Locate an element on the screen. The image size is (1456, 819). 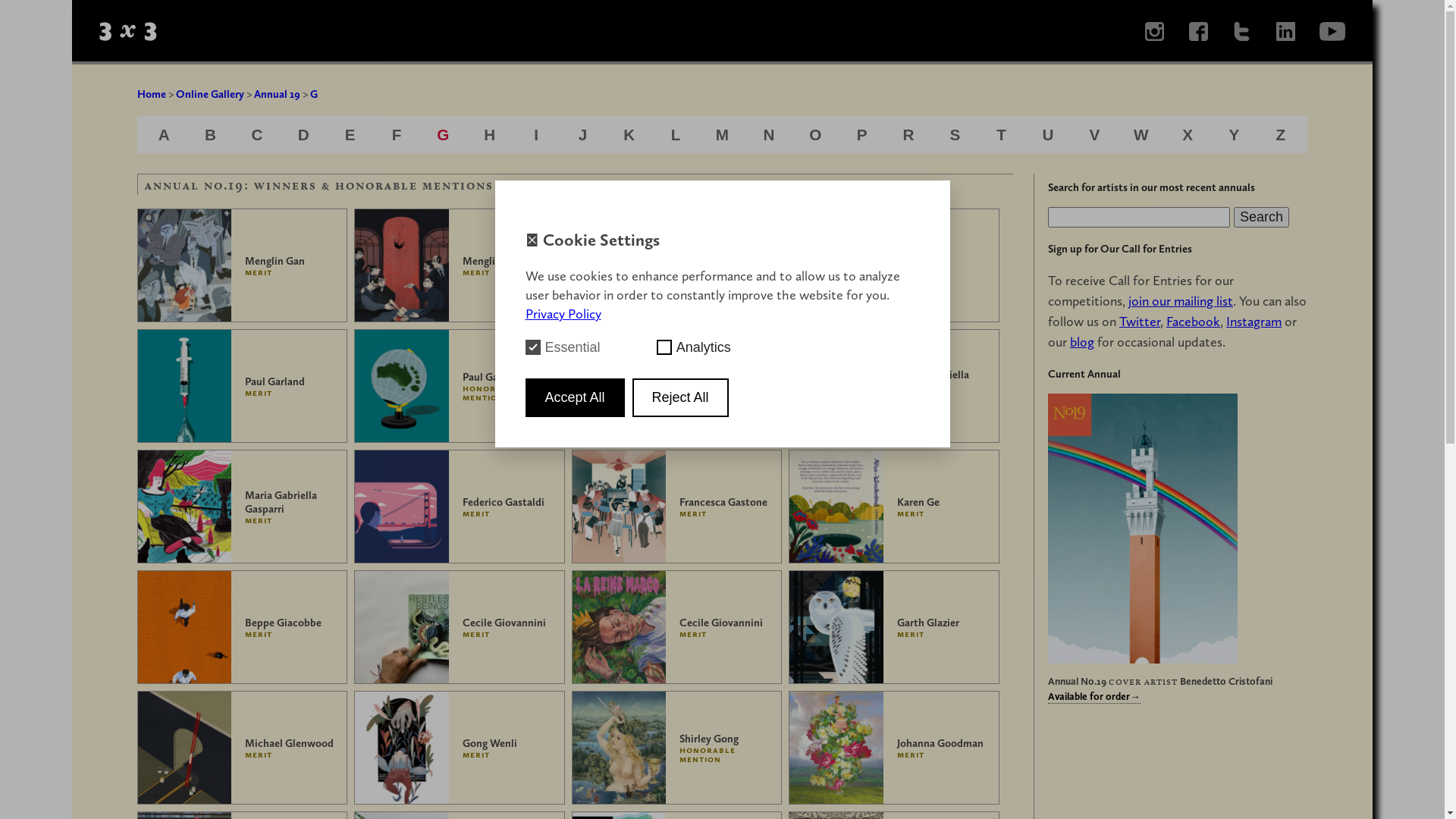
'Reject All' is located at coordinates (679, 397).